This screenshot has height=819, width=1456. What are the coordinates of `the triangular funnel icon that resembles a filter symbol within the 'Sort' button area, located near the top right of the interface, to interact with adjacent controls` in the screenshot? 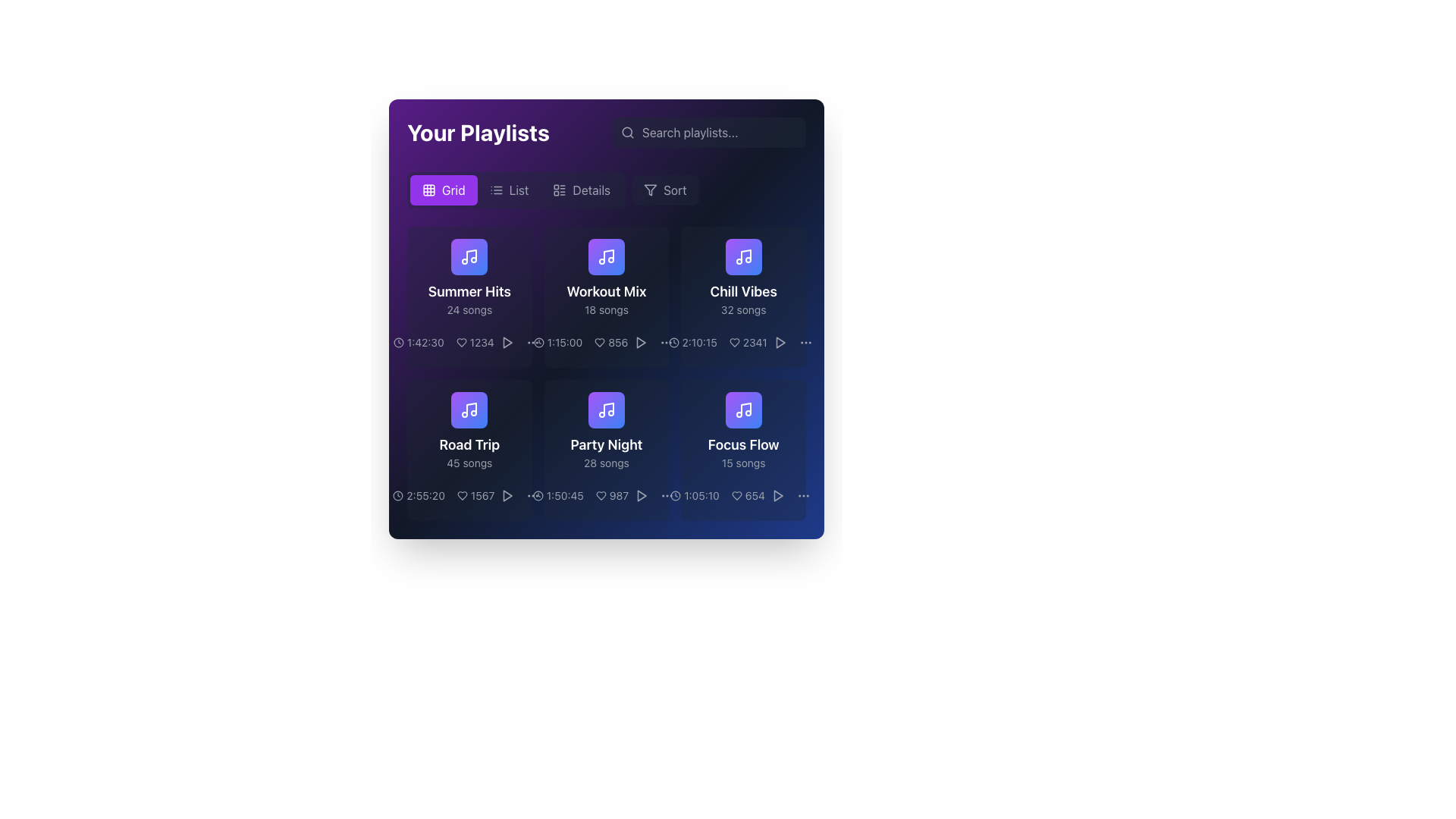 It's located at (651, 189).